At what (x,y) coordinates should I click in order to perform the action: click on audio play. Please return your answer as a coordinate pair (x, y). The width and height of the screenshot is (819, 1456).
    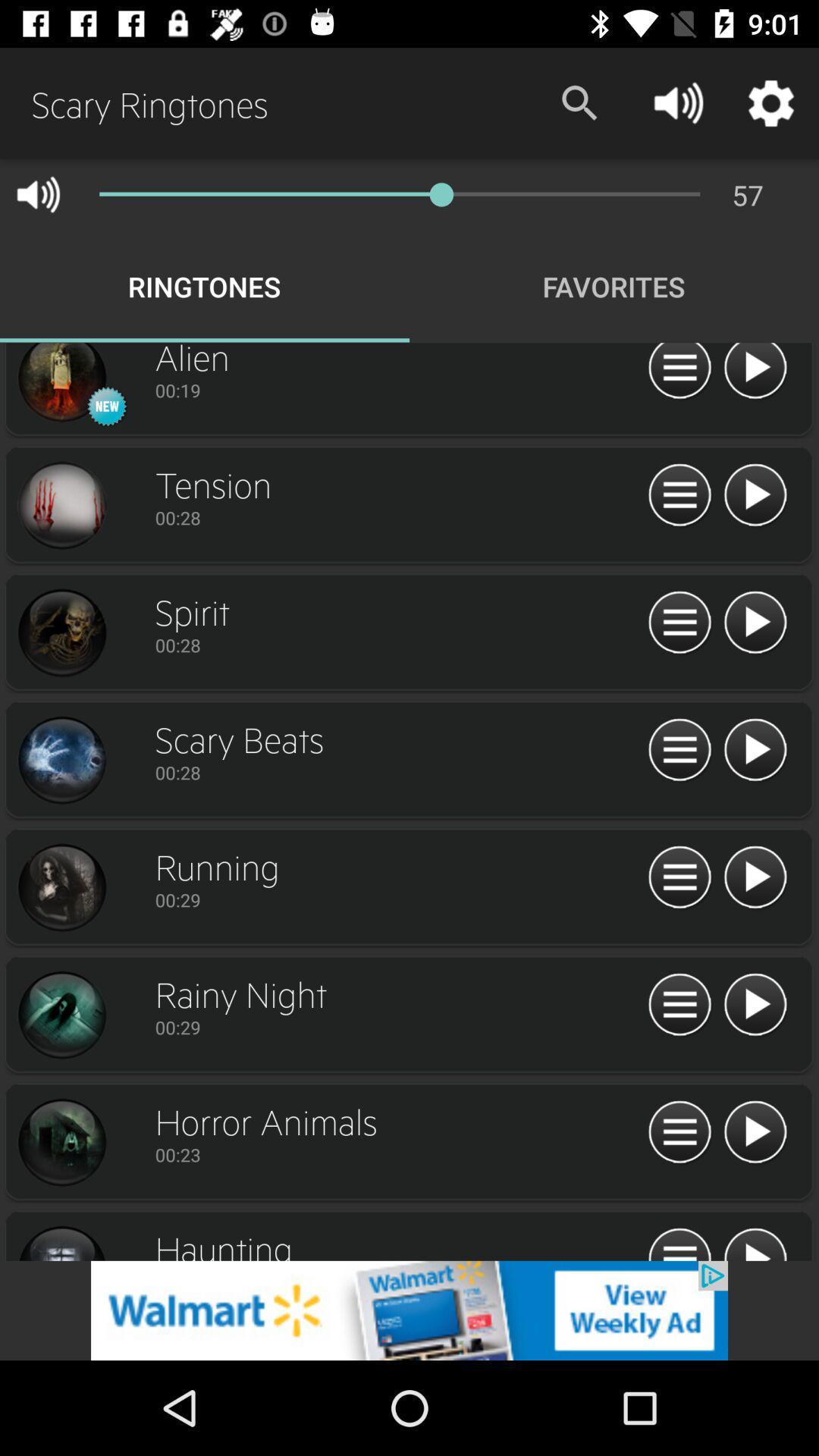
    Looking at the image, I should click on (755, 1242).